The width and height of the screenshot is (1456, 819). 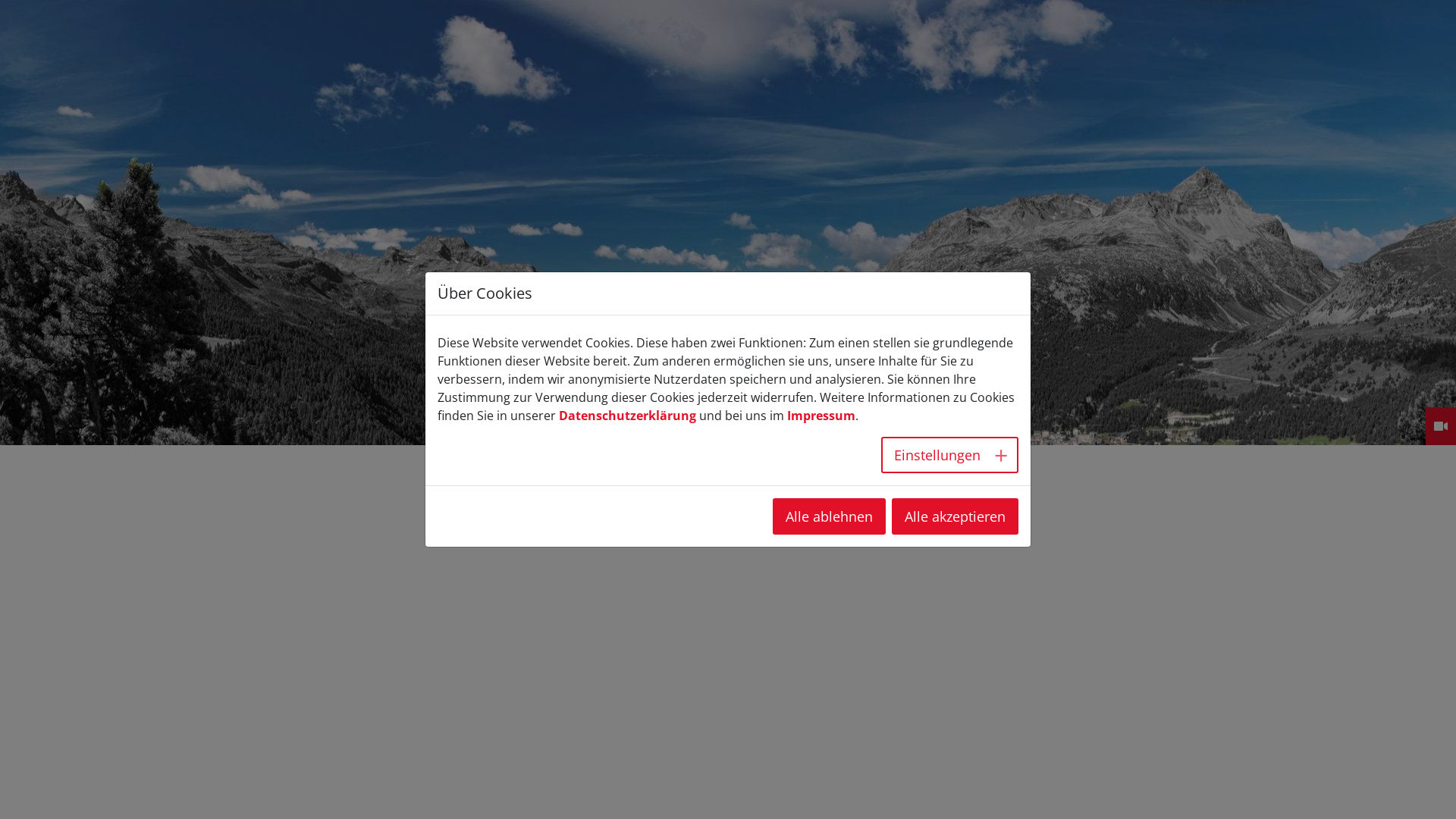 I want to click on 'Einstellungen', so click(x=949, y=454).